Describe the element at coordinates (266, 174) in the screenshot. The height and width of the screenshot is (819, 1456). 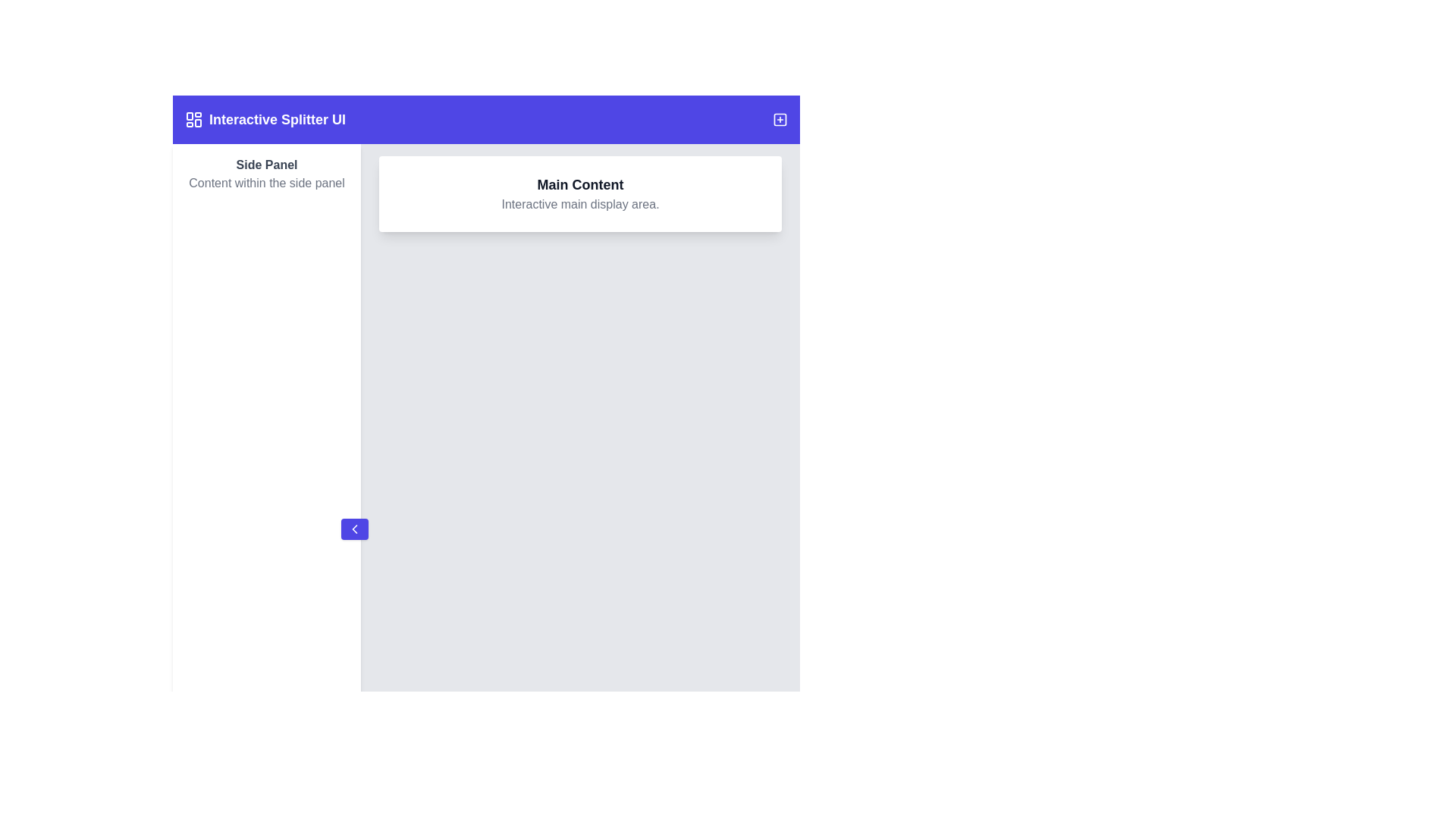
I see `the header and description Text block located at the top of the left side panel, which is styled as a white box with shadow effects` at that location.